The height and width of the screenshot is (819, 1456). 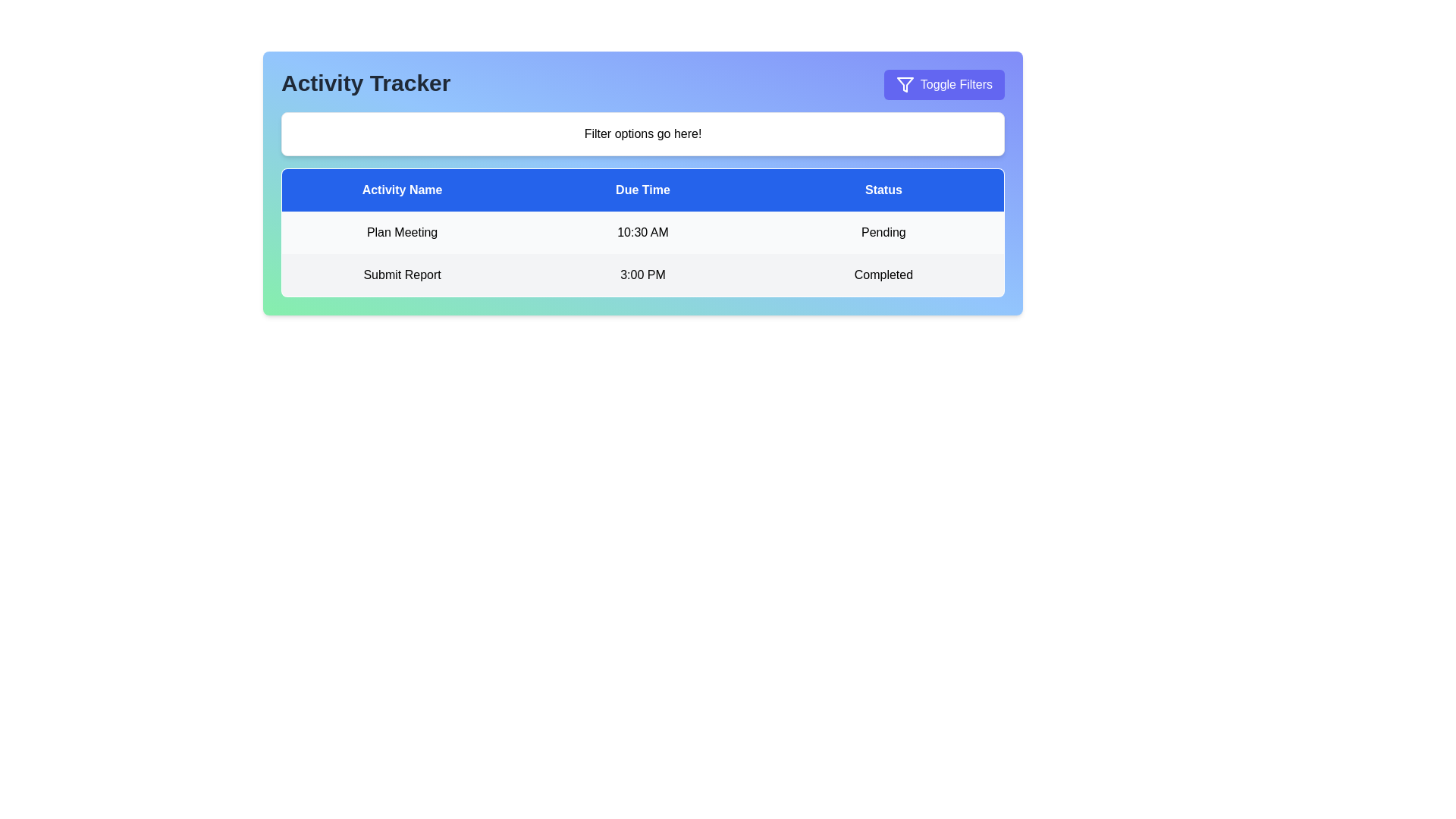 I want to click on the second row of the activity table, so click(x=643, y=275).